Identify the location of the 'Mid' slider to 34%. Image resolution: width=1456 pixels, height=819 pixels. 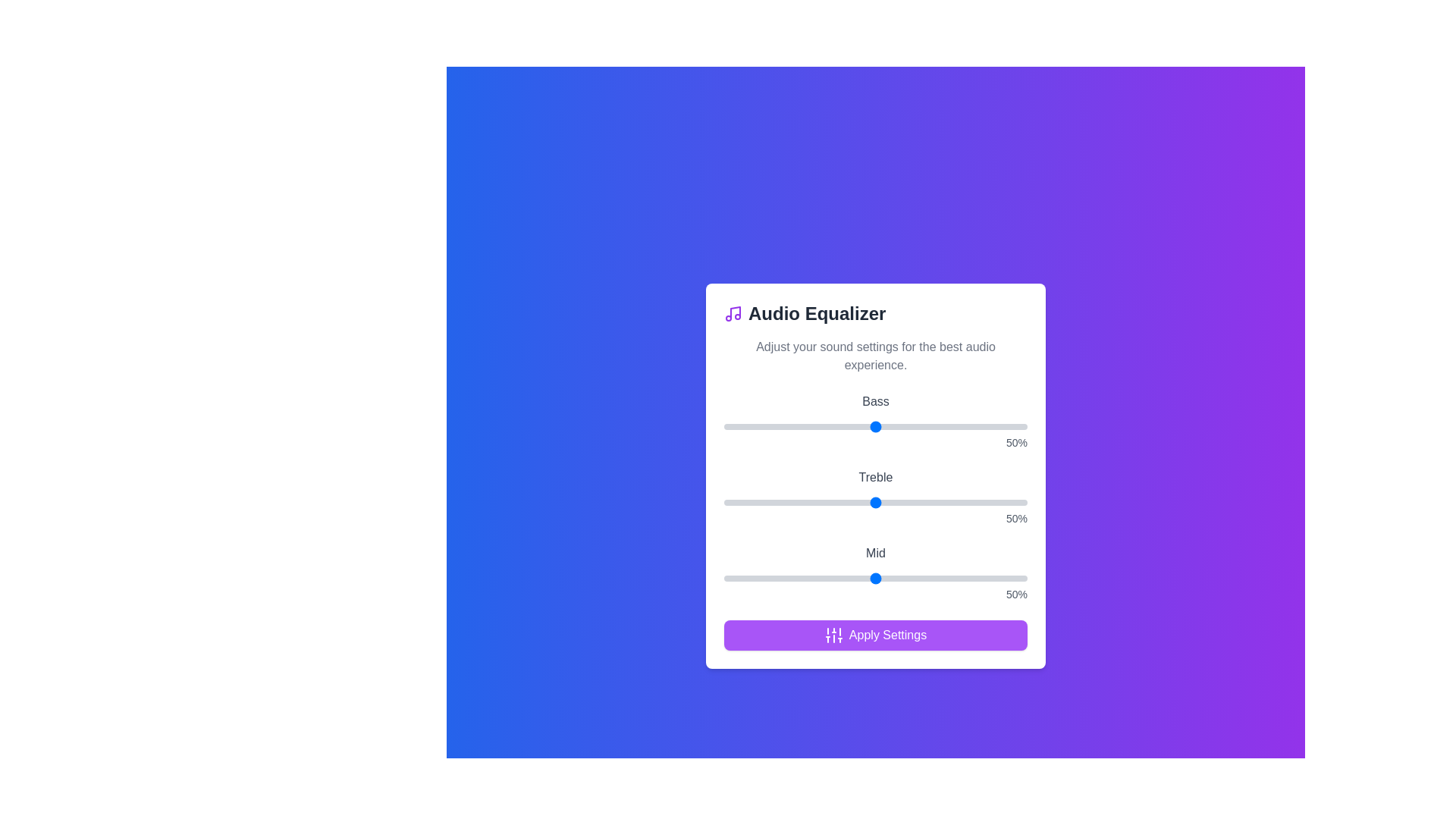
(826, 579).